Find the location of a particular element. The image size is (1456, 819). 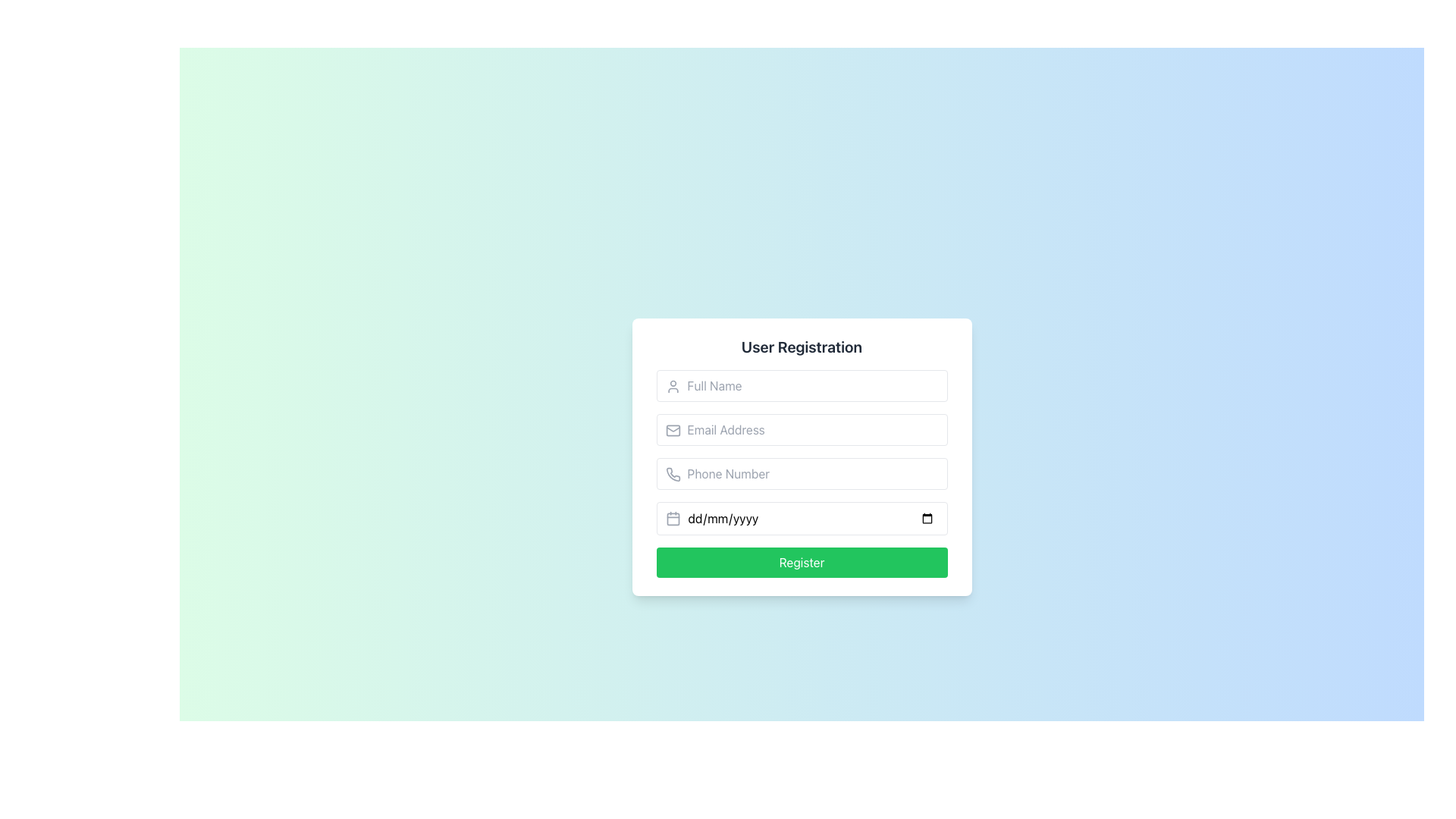

the user icon, which is a small circular shape with a head and shoulders silhouette, gray in color, located to the left of the 'Full Name' text input field in the 'User Registration' form is located at coordinates (672, 385).